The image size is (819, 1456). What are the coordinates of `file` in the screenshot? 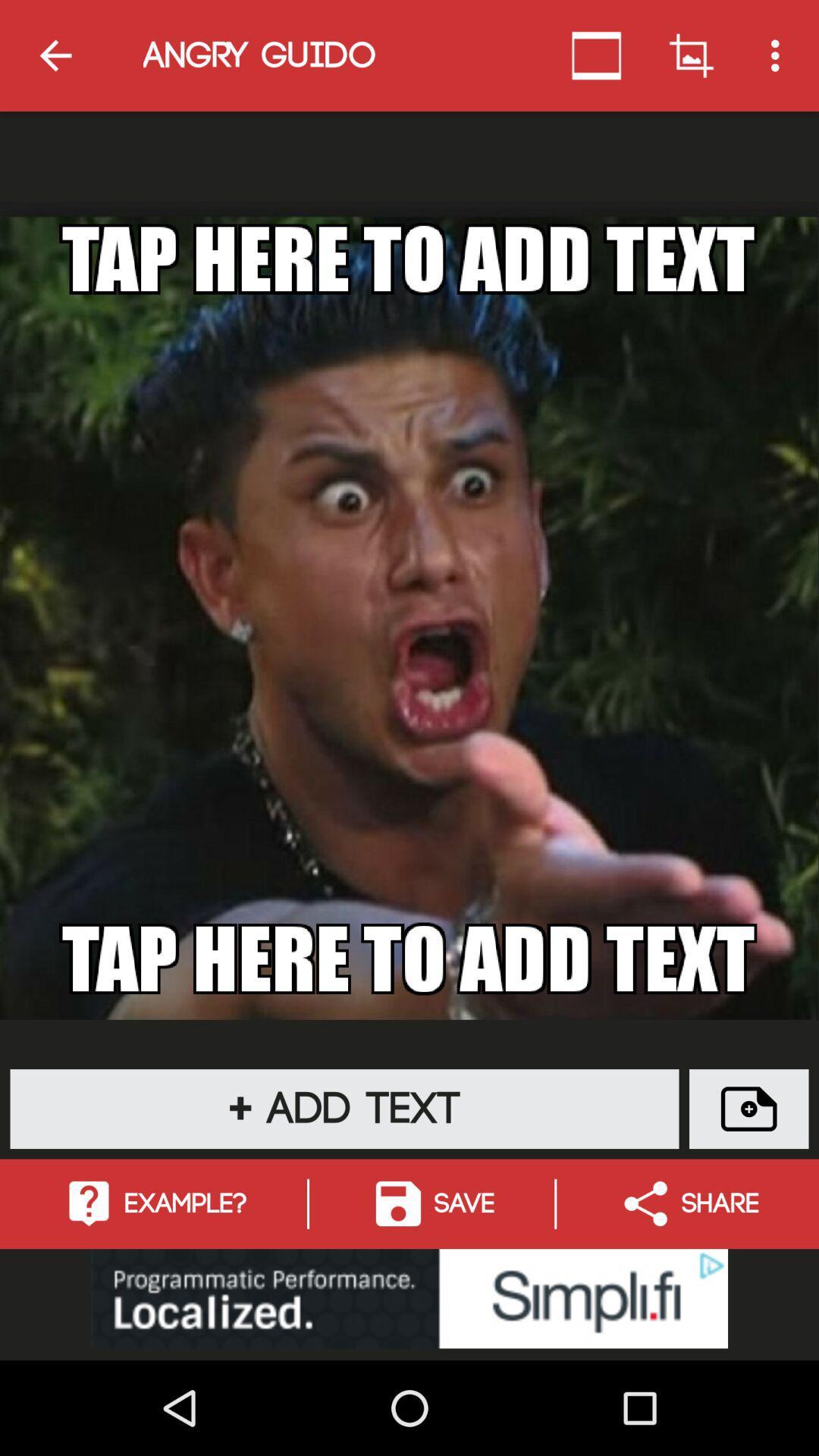 It's located at (748, 1109).